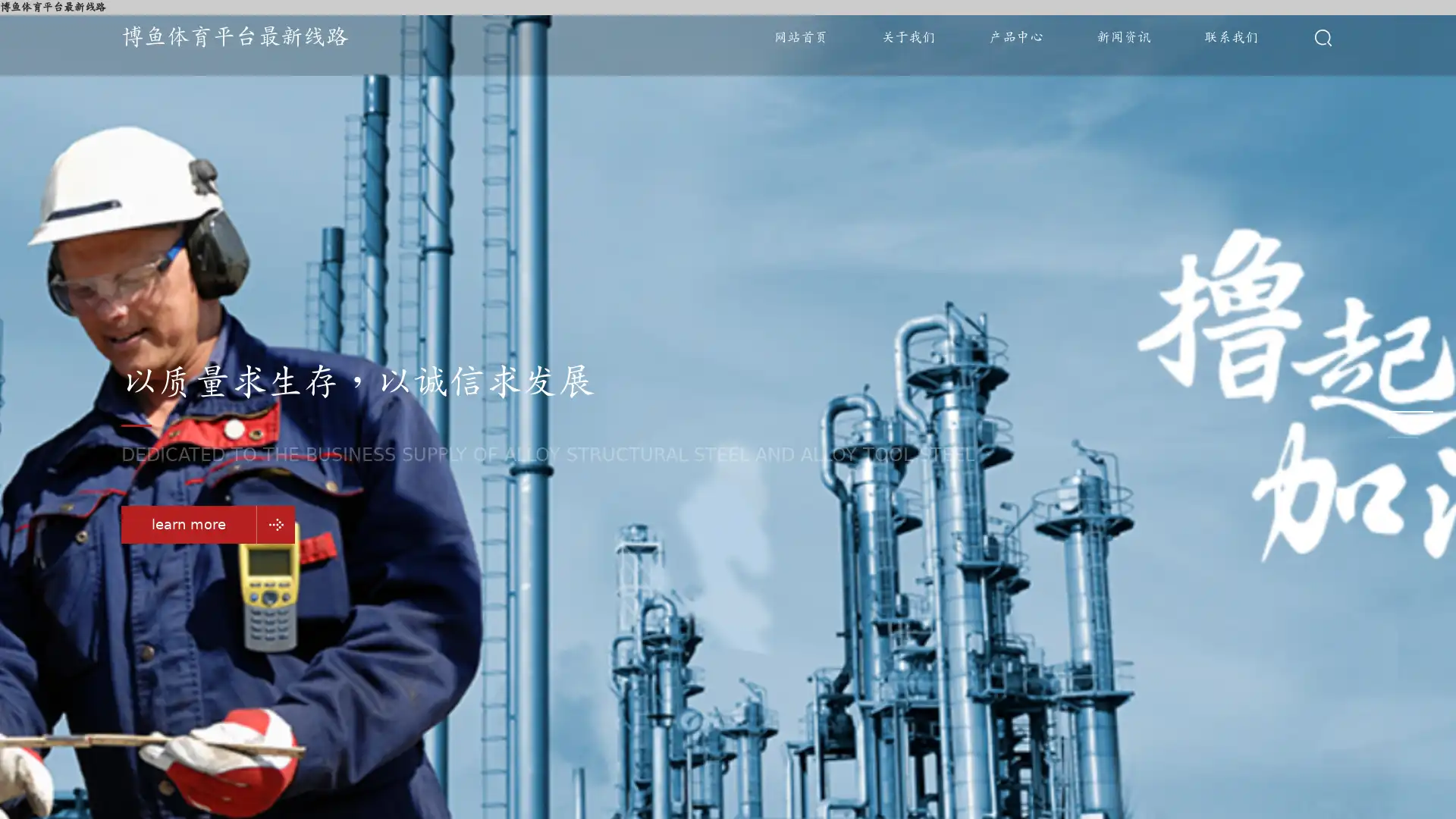 The width and height of the screenshot is (1456, 819). Describe the element at coordinates (1401, 424) in the screenshot. I see `Go to slide 2` at that location.